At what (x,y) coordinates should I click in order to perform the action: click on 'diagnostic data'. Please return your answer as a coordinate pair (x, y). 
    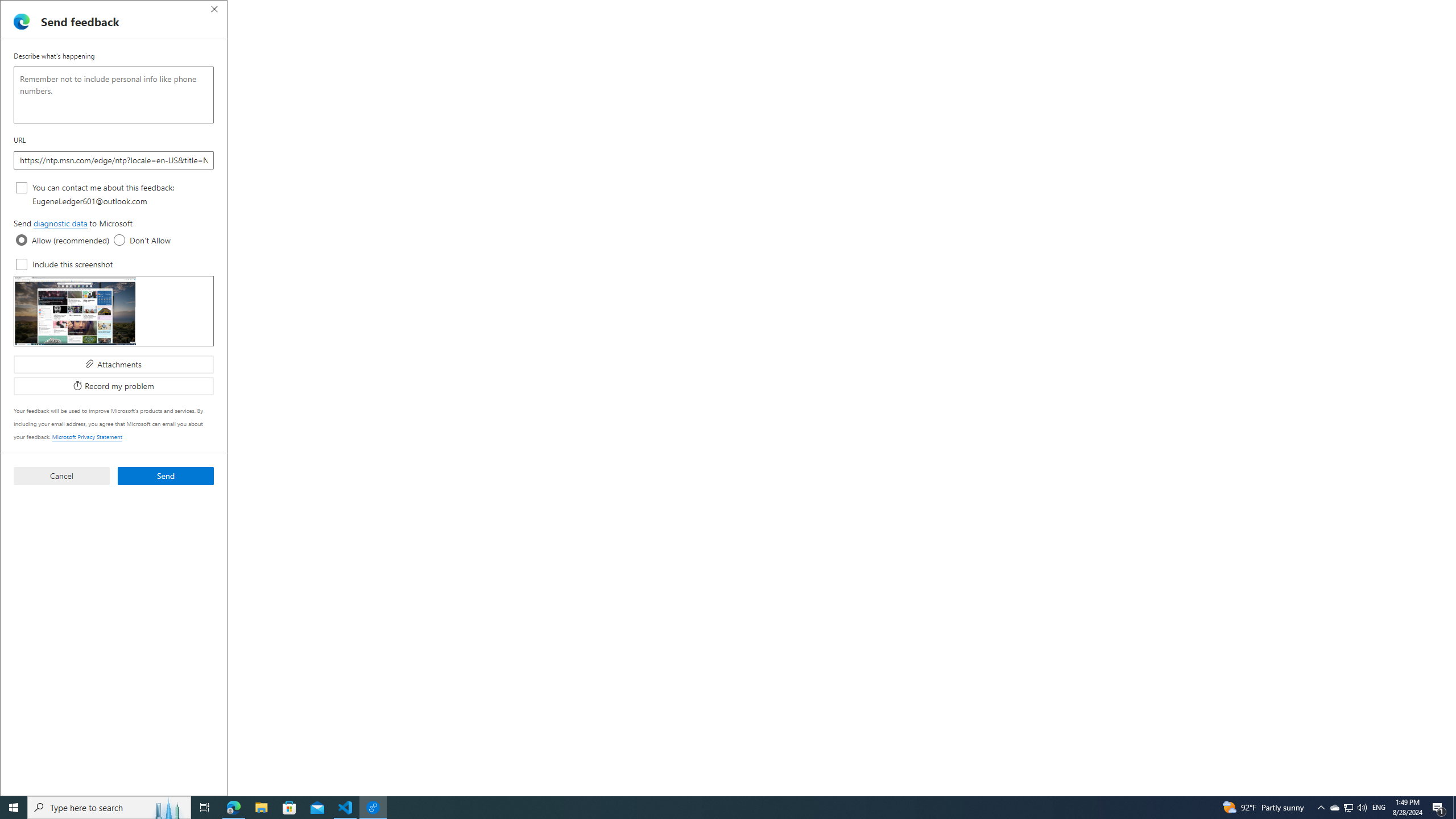
    Looking at the image, I should click on (60, 223).